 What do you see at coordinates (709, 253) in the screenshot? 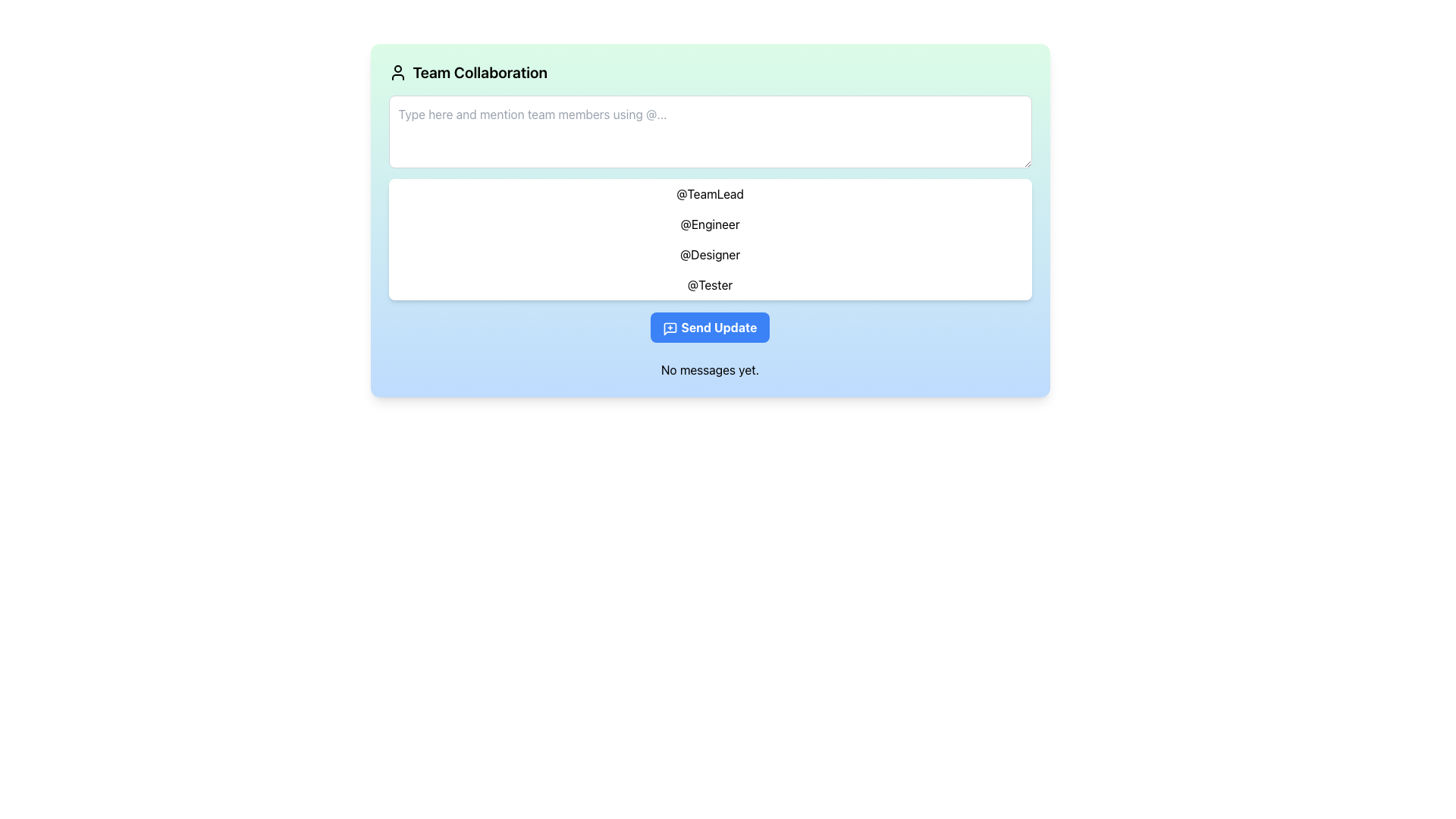
I see `the Clickable Label that displays '@Designer' to observe the background color change when interacted with` at bounding box center [709, 253].